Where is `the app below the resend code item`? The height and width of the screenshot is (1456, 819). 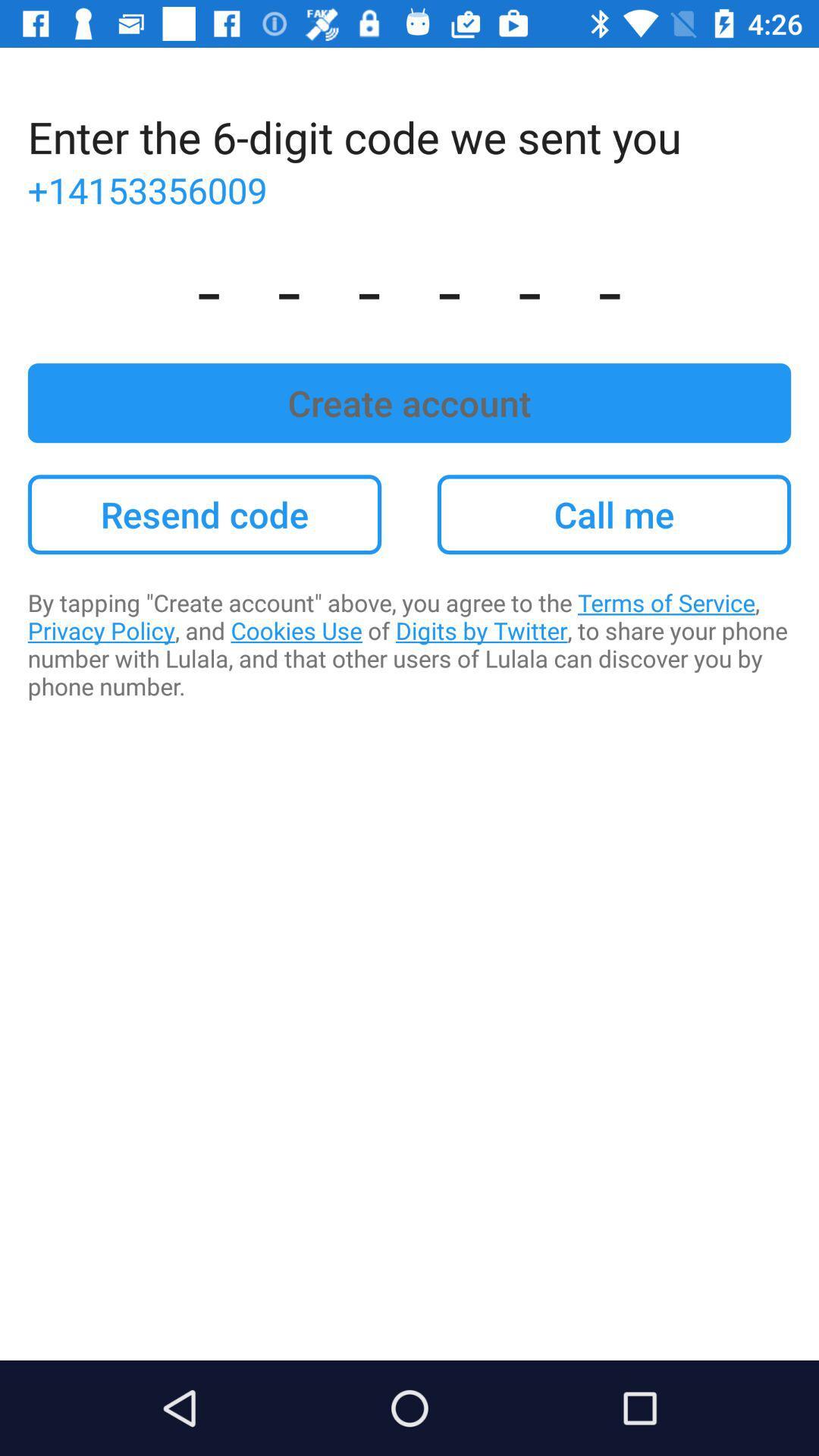
the app below the resend code item is located at coordinates (409, 644).